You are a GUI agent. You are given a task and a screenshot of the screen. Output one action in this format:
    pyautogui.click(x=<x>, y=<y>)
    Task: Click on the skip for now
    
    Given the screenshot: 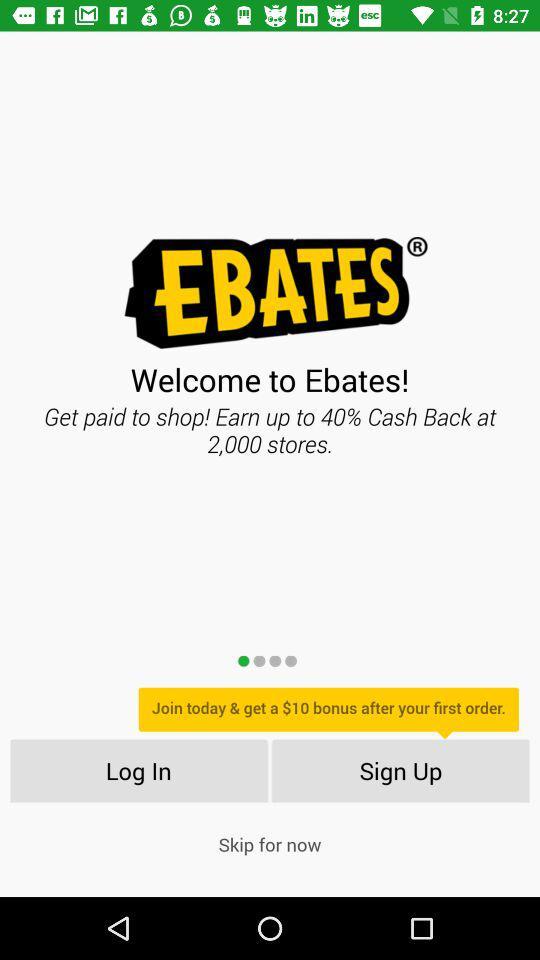 What is the action you would take?
    pyautogui.click(x=270, y=843)
    